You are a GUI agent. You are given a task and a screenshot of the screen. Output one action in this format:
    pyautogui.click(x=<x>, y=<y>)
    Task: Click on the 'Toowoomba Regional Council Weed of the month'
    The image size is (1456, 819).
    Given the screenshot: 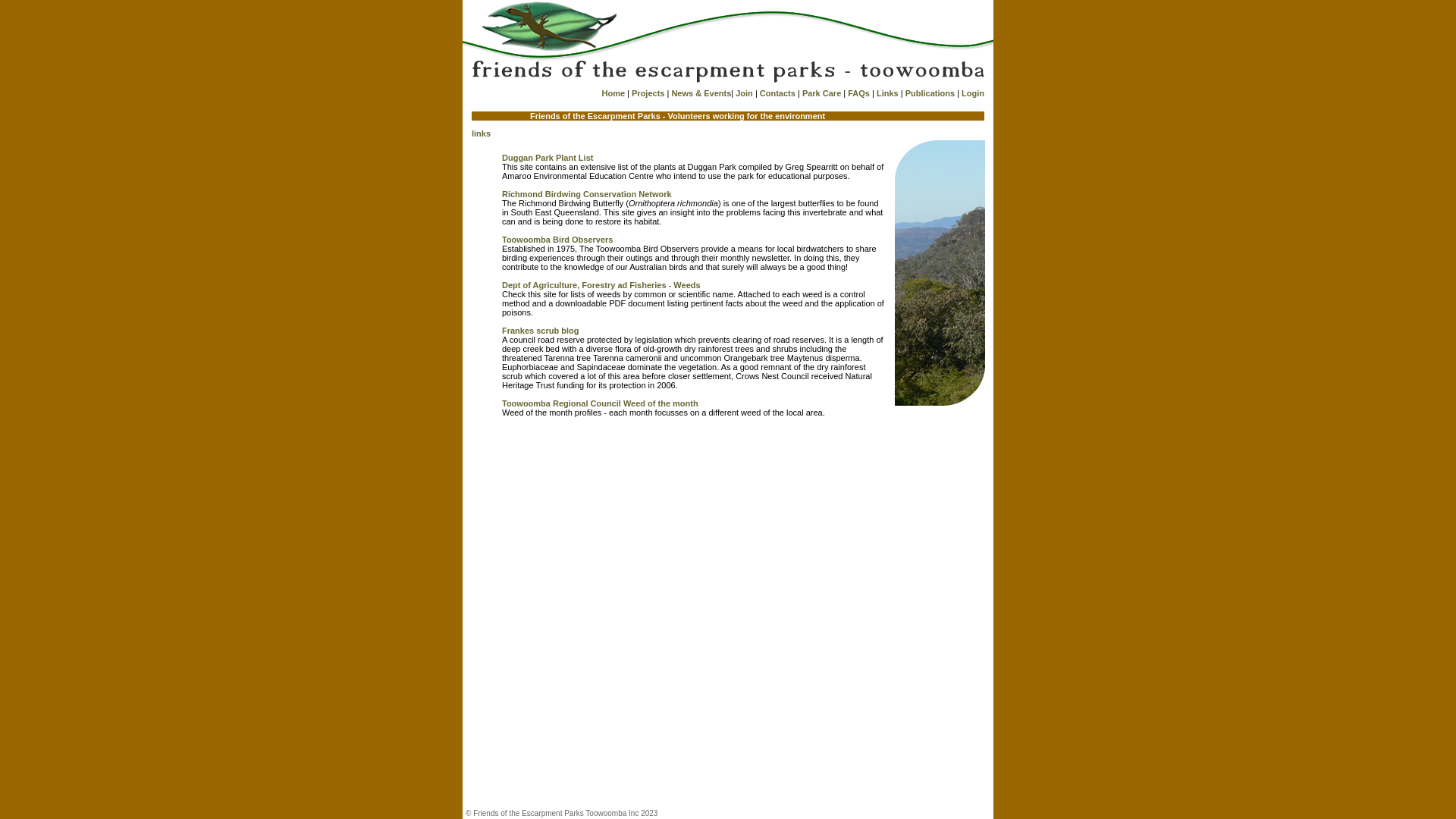 What is the action you would take?
    pyautogui.click(x=599, y=403)
    